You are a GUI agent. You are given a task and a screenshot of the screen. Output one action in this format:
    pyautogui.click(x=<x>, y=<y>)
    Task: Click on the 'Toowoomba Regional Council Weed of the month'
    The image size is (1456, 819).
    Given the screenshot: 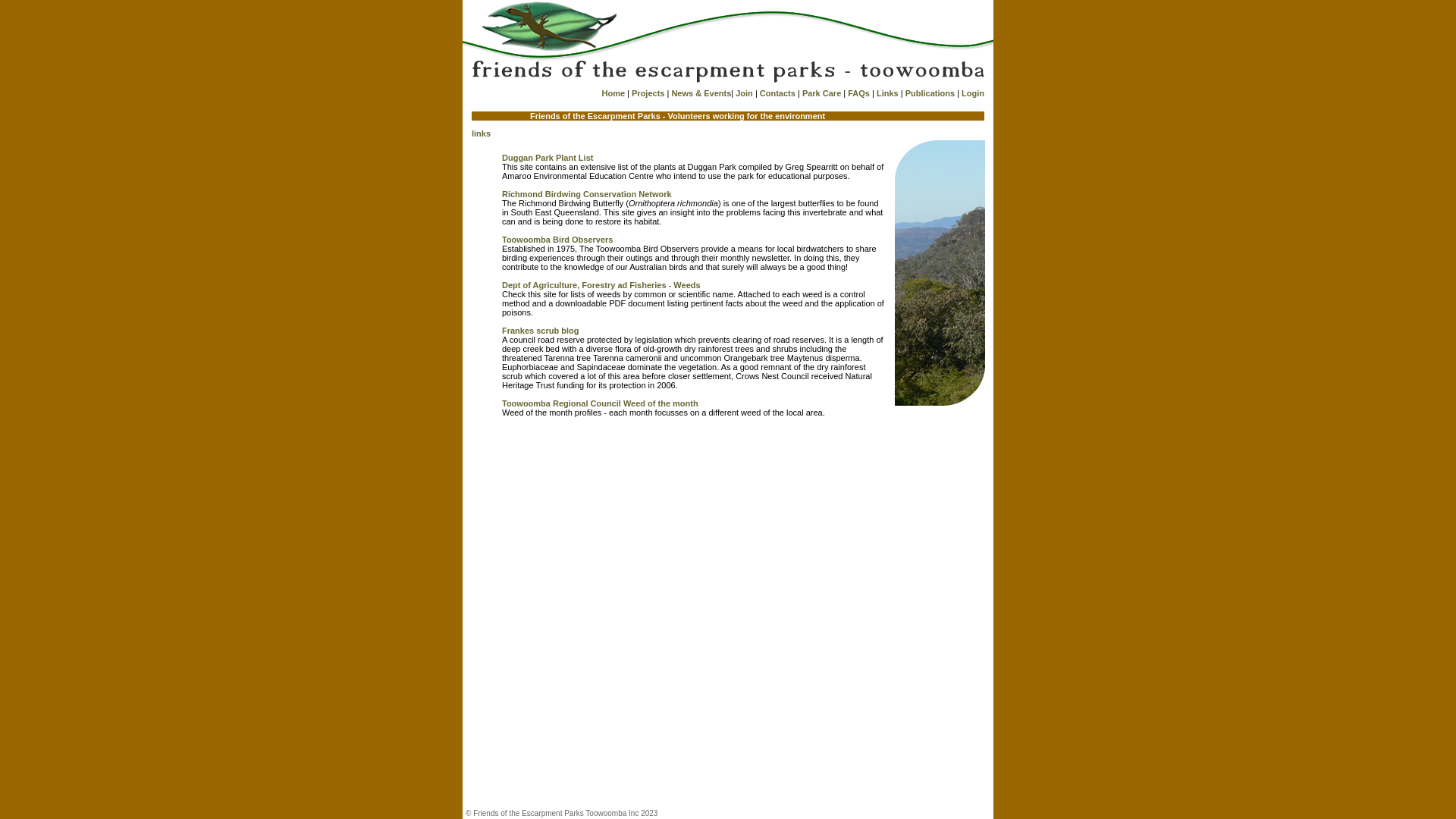 What is the action you would take?
    pyautogui.click(x=599, y=403)
    